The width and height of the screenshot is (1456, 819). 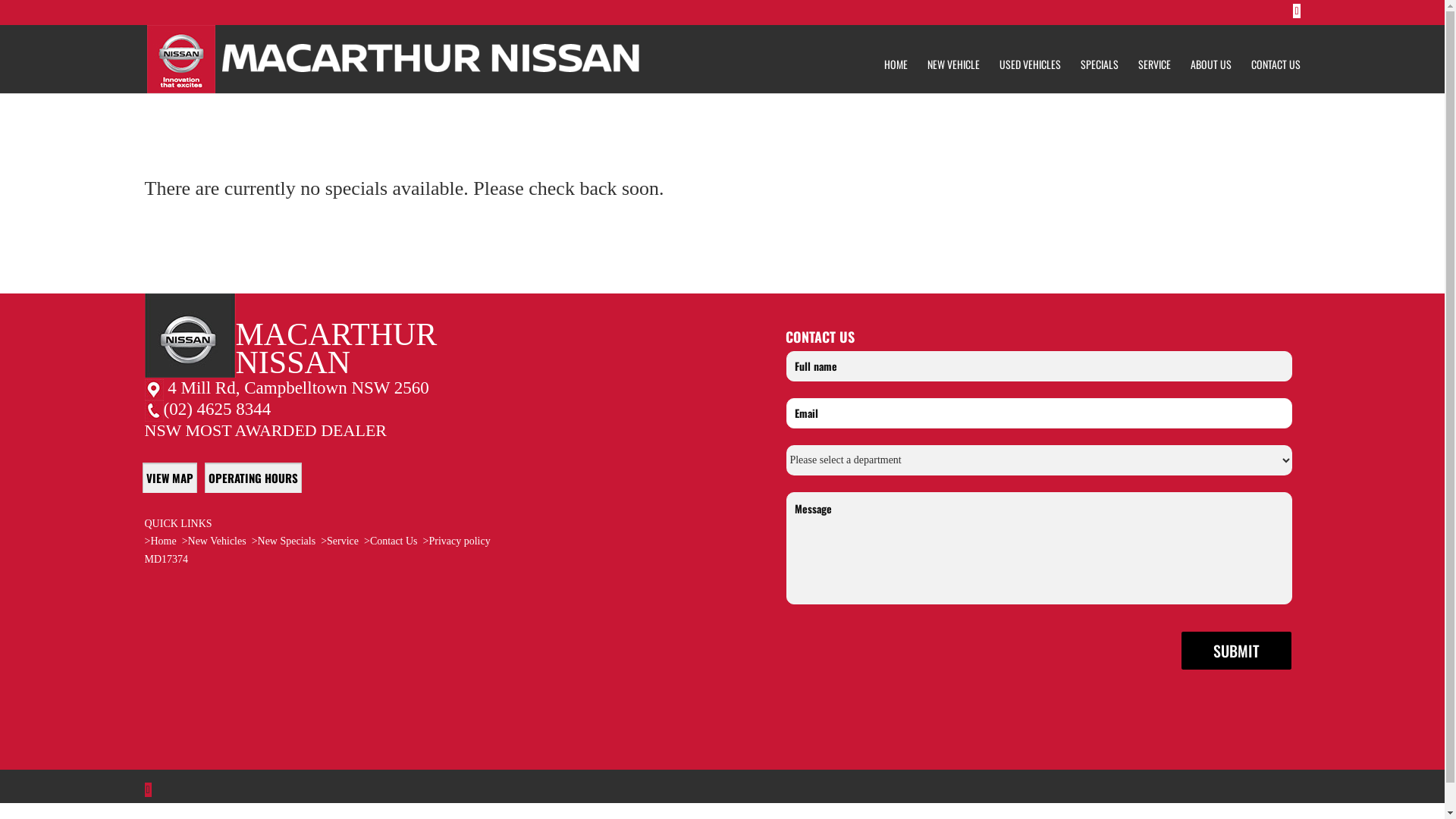 I want to click on 'NEW VEHICLE', so click(x=952, y=69).